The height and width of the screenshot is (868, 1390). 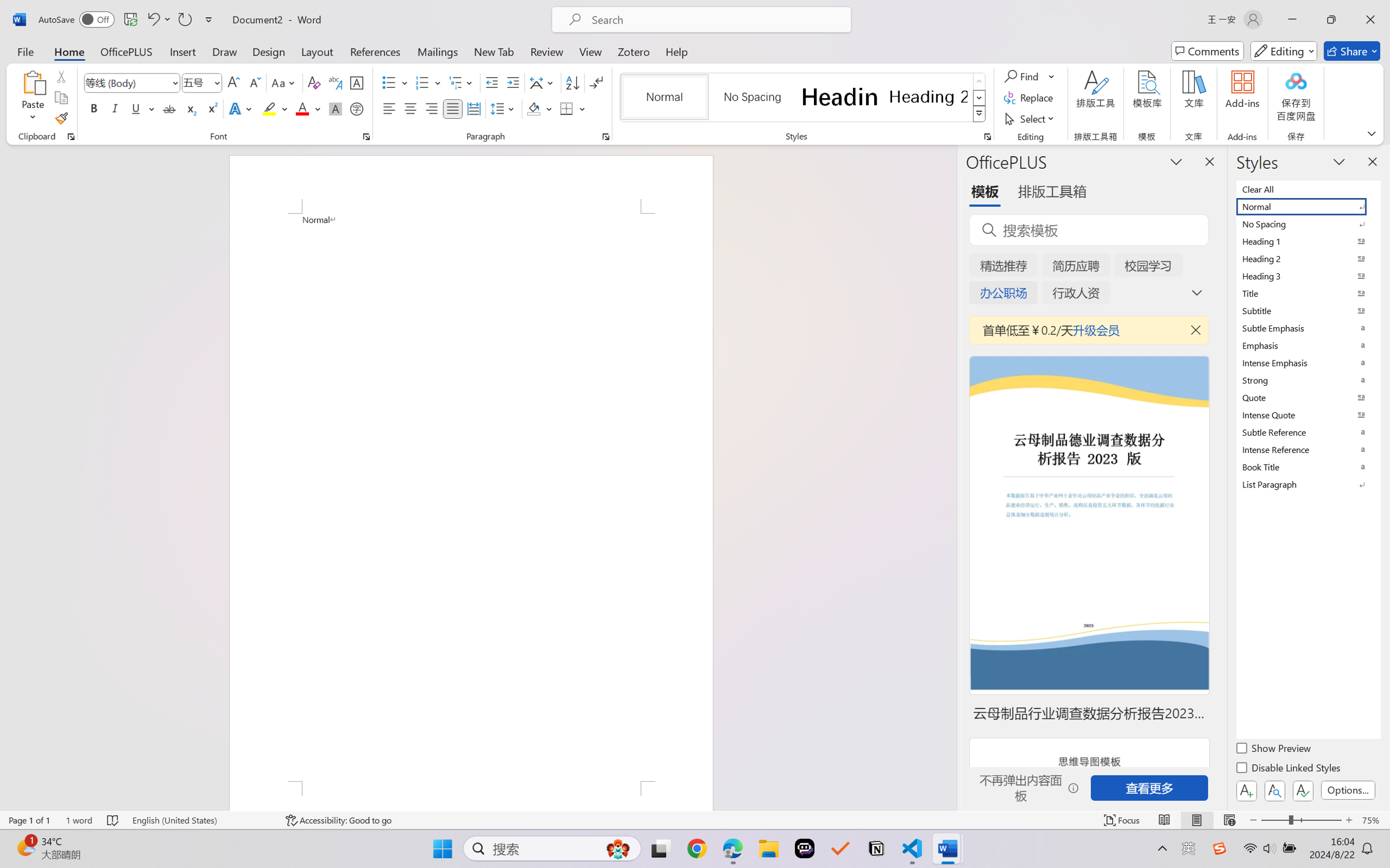 What do you see at coordinates (1307, 345) in the screenshot?
I see `'Emphasis'` at bounding box center [1307, 345].